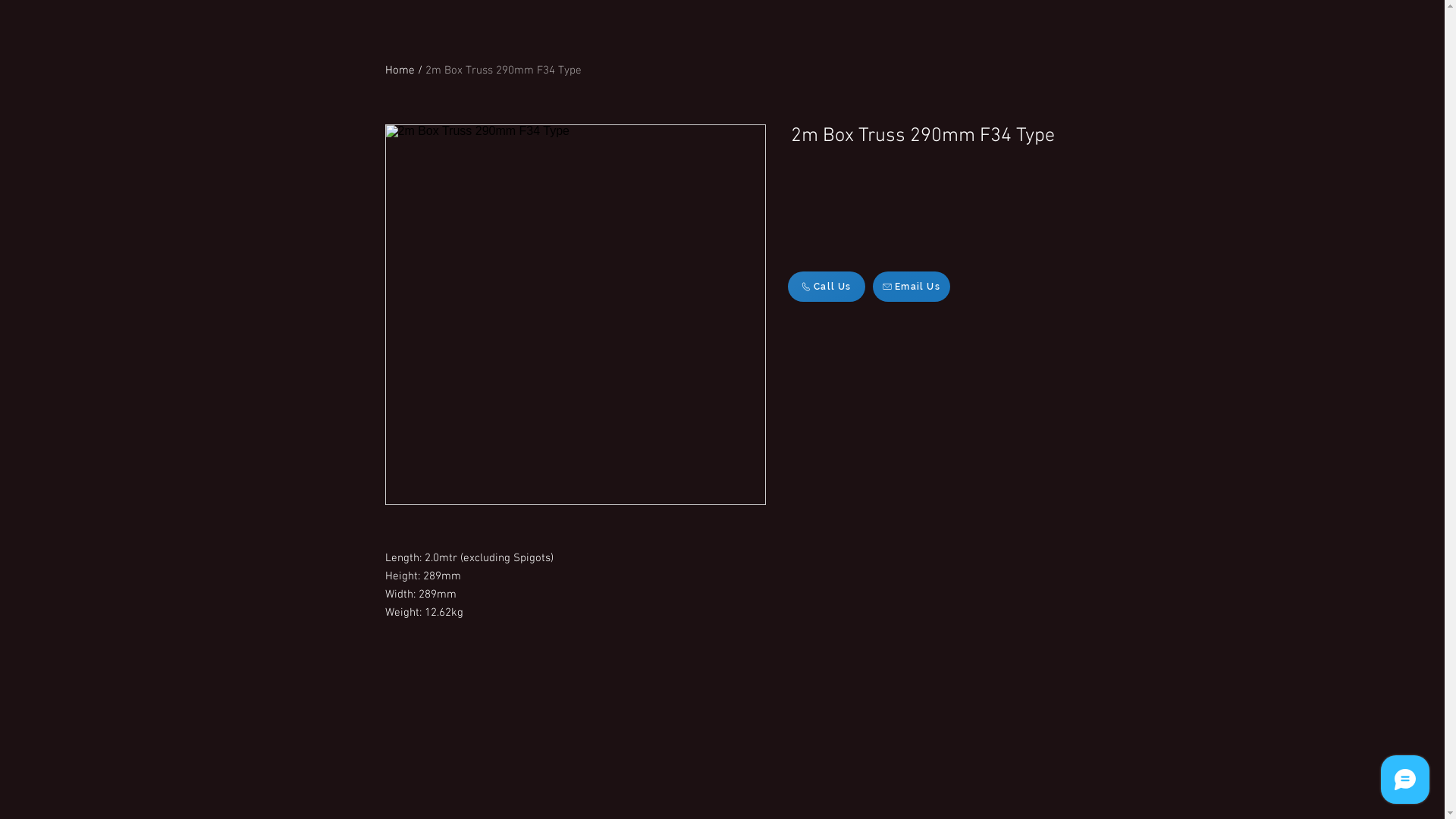 The height and width of the screenshot is (819, 1456). What do you see at coordinates (872, 287) in the screenshot?
I see `'Email Us'` at bounding box center [872, 287].